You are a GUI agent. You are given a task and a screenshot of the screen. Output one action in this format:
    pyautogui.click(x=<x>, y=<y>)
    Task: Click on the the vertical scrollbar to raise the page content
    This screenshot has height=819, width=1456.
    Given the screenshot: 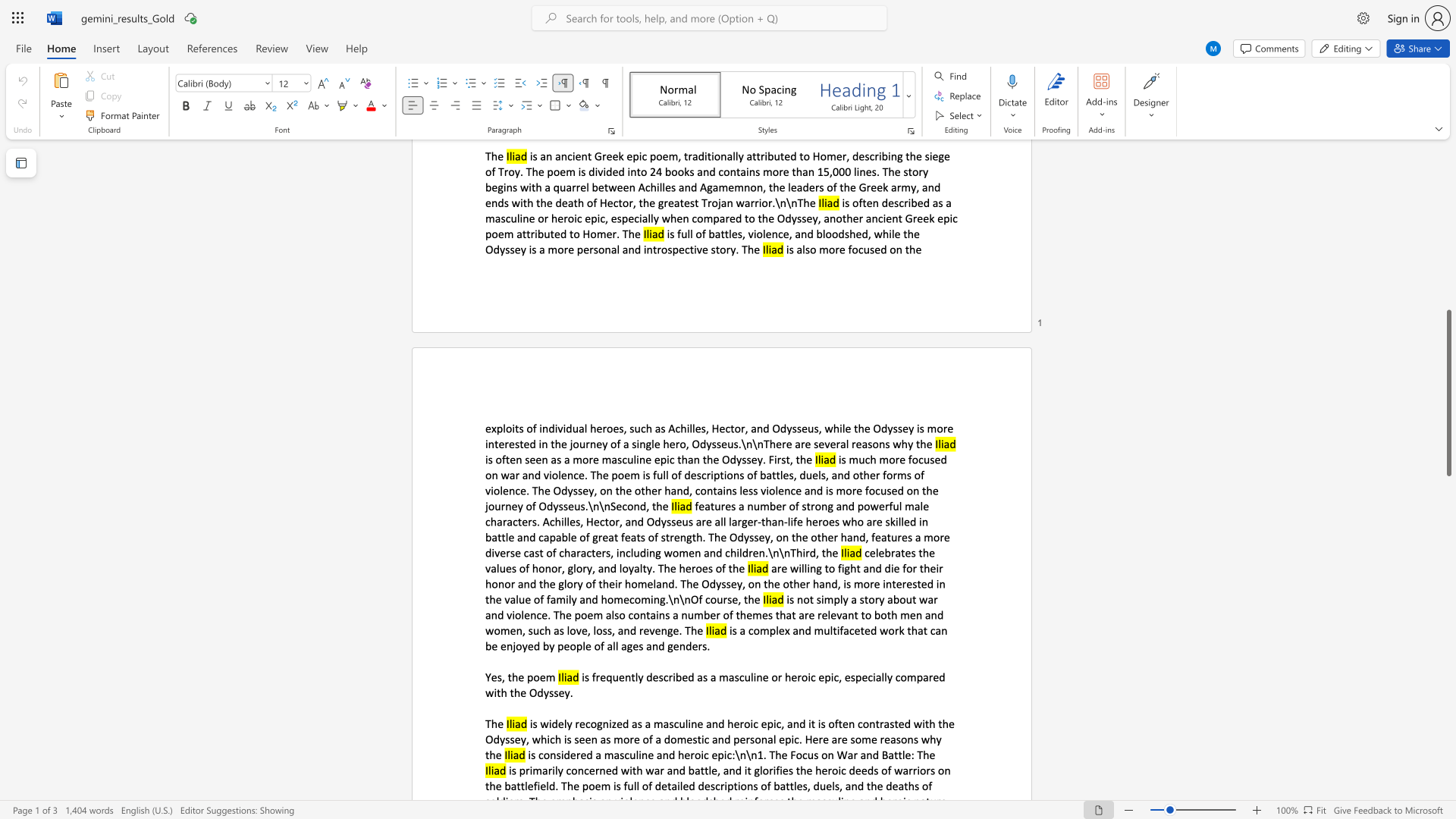 What is the action you would take?
    pyautogui.click(x=1448, y=265)
    